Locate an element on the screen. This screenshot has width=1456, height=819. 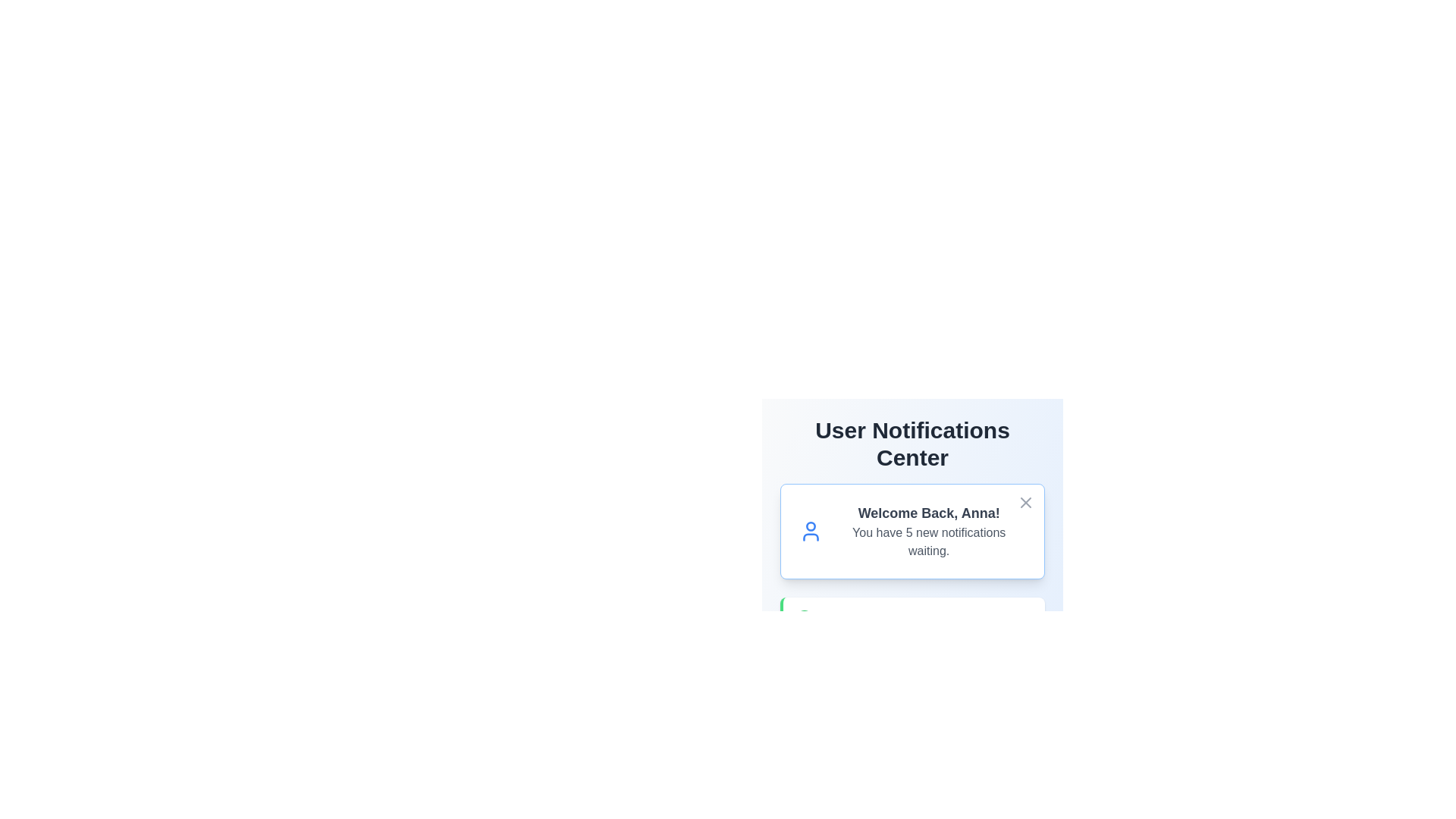
the Text Label that indicates the number of new notifications in the User Notifications Center is located at coordinates (928, 531).